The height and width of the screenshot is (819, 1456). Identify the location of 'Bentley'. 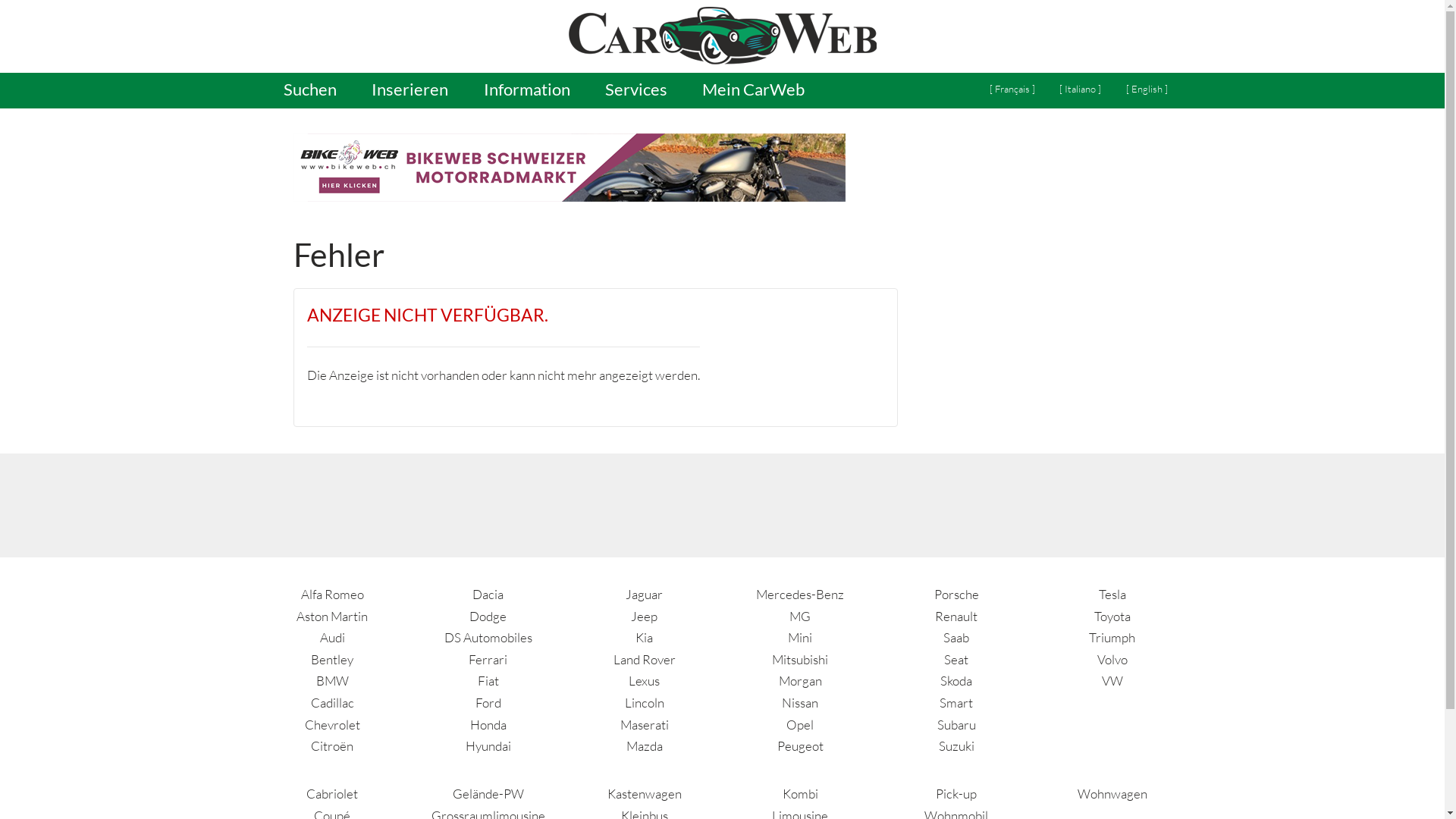
(331, 658).